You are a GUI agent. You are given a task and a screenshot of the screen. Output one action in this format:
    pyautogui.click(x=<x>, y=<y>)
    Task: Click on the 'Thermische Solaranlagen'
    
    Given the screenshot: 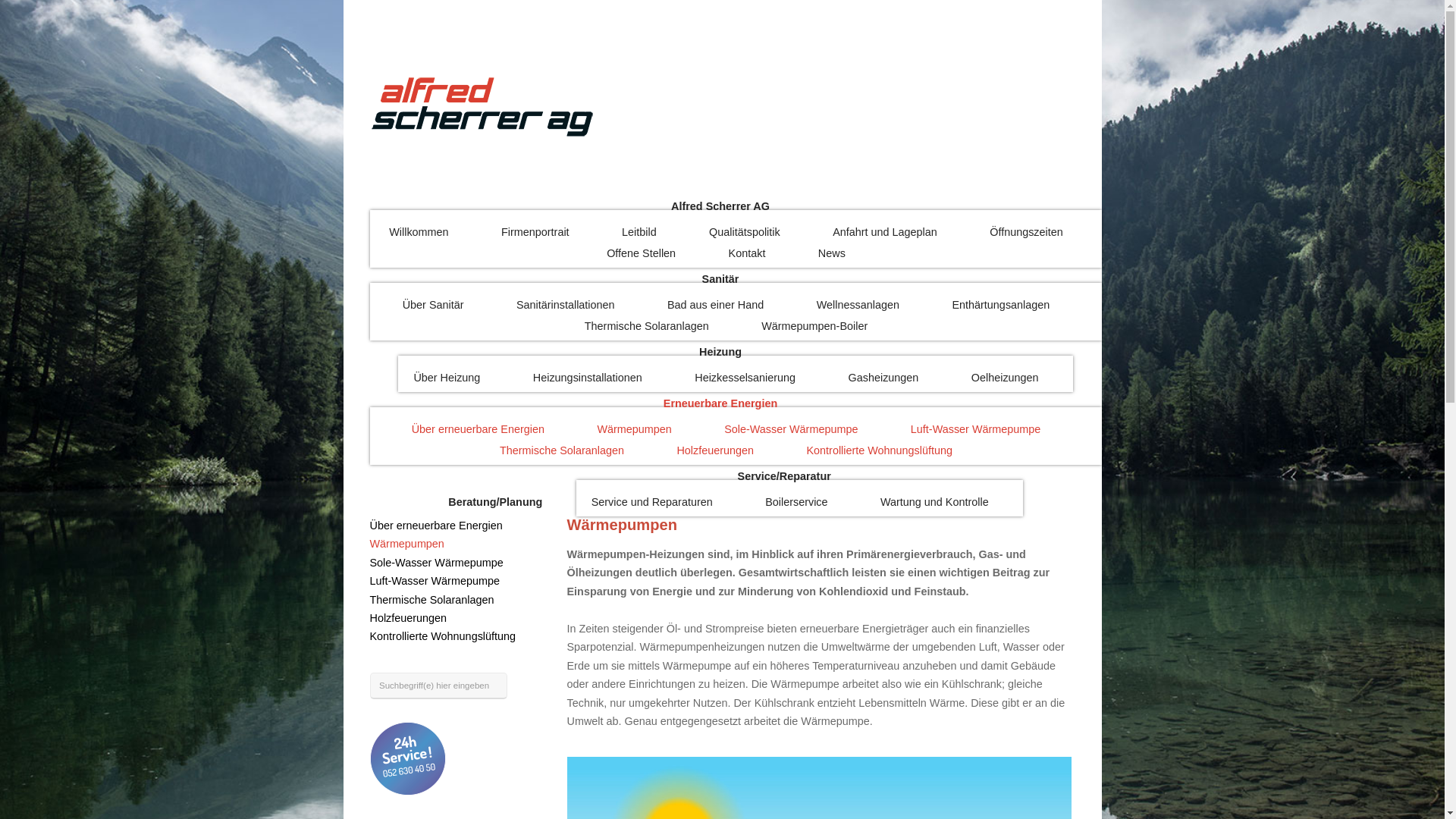 What is the action you would take?
    pyautogui.click(x=584, y=329)
    